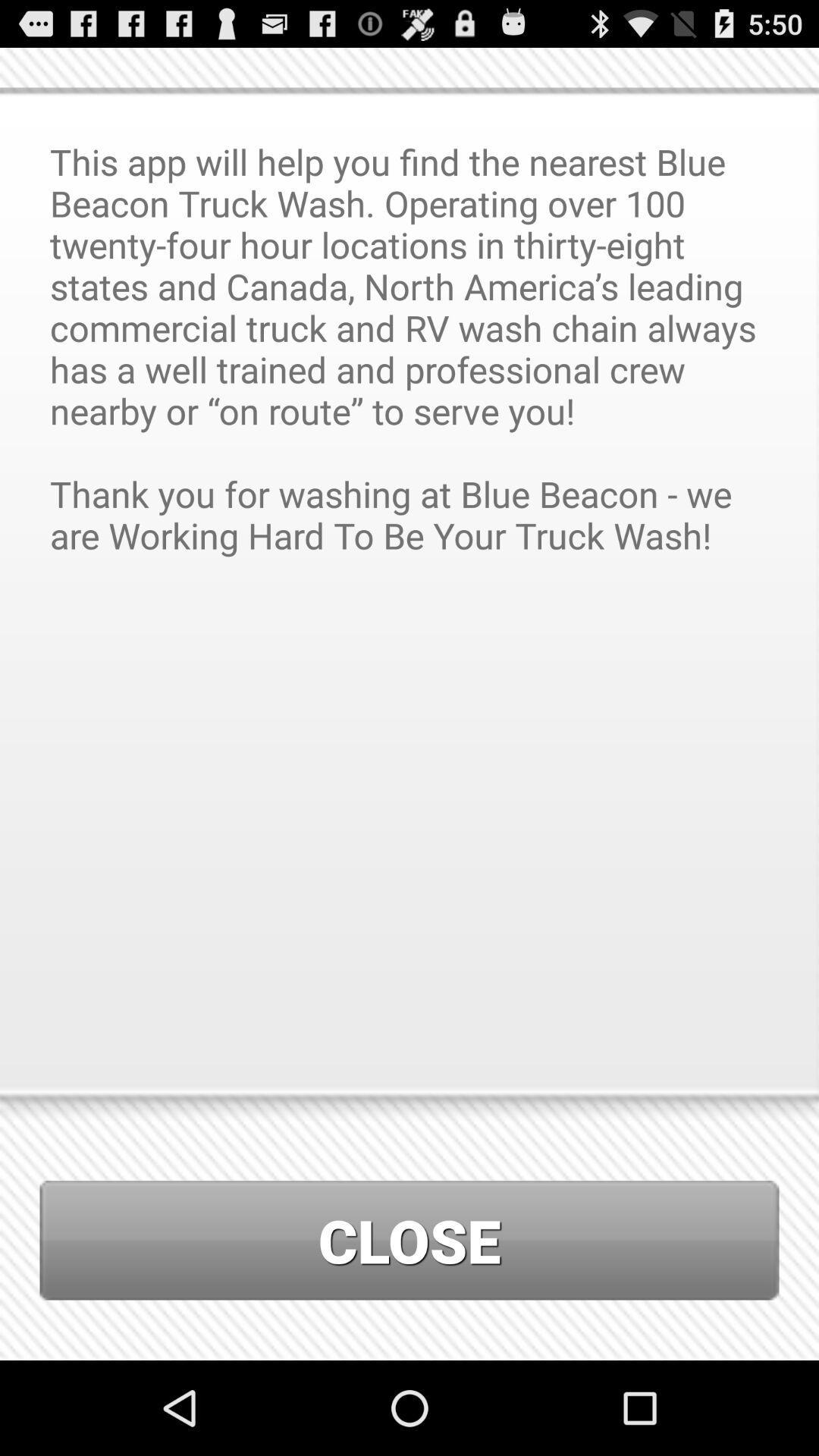  I want to click on close icon, so click(409, 1240).